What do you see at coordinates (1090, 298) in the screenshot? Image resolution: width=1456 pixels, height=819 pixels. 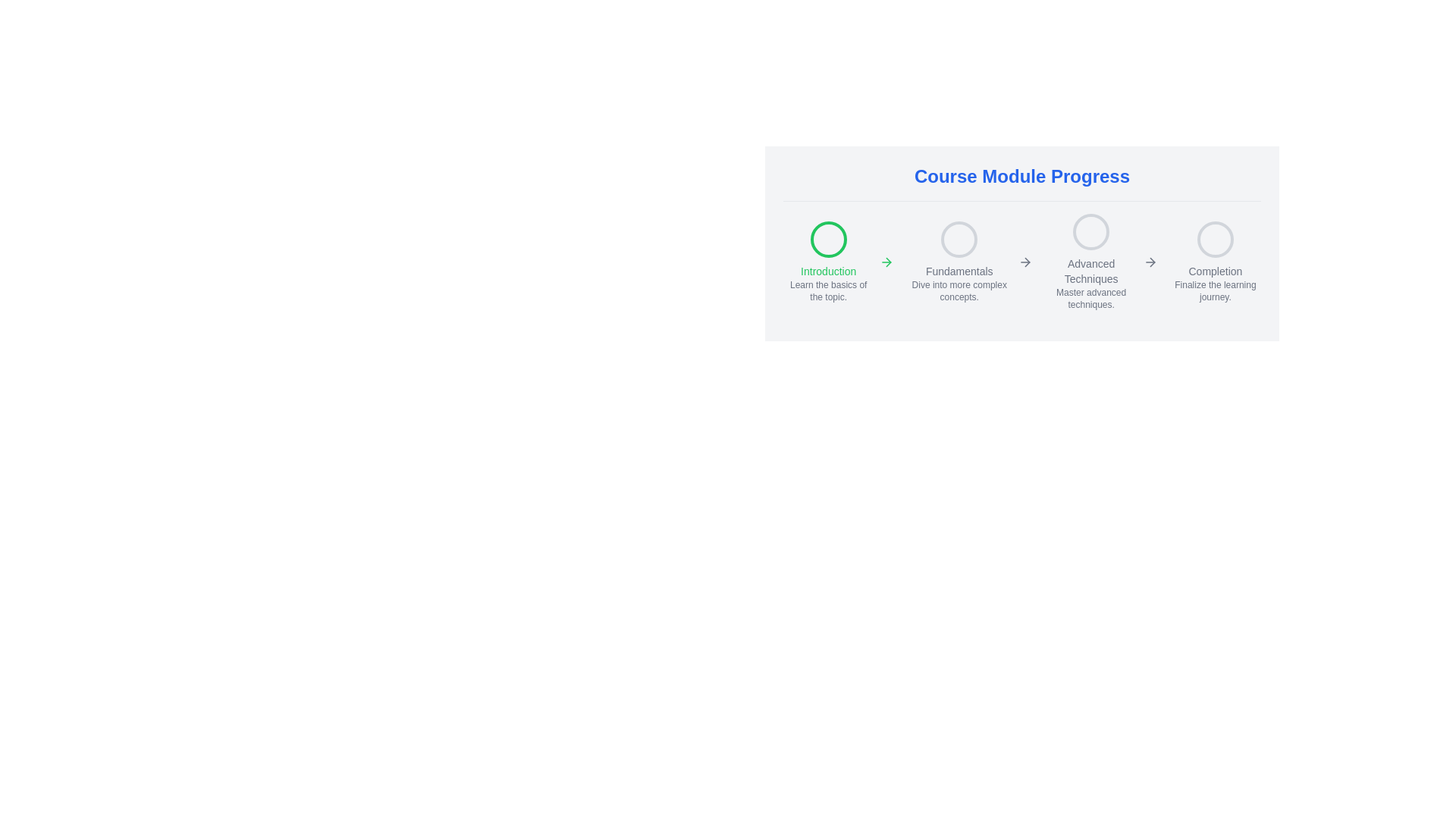 I see `the text label providing additional descriptive information about 'Advanced Techniques' in the progress bar section, located beneath the main label` at bounding box center [1090, 298].